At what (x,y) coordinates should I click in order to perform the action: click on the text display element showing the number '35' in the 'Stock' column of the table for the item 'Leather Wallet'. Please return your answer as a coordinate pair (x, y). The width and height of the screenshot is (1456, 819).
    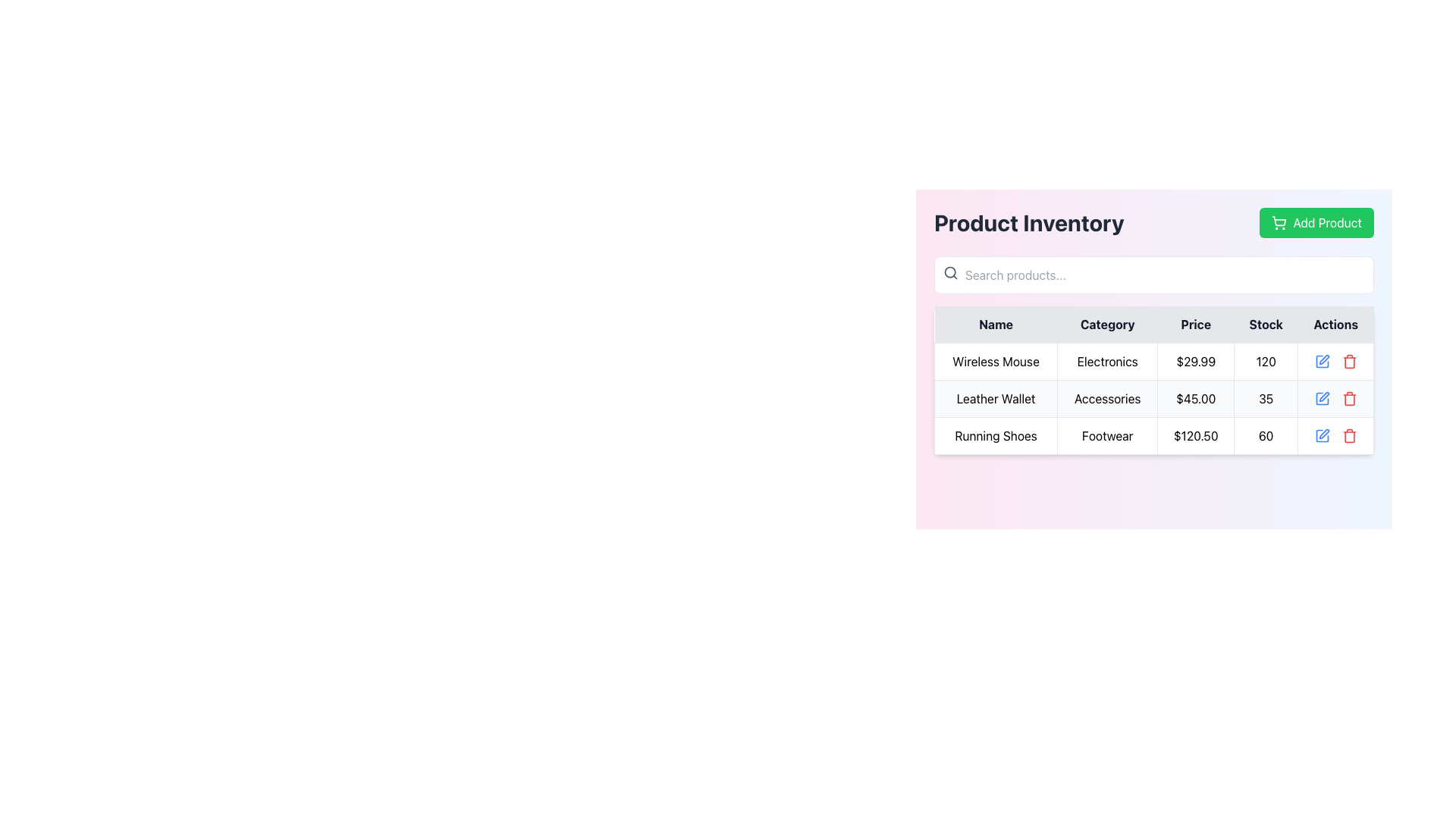
    Looking at the image, I should click on (1266, 397).